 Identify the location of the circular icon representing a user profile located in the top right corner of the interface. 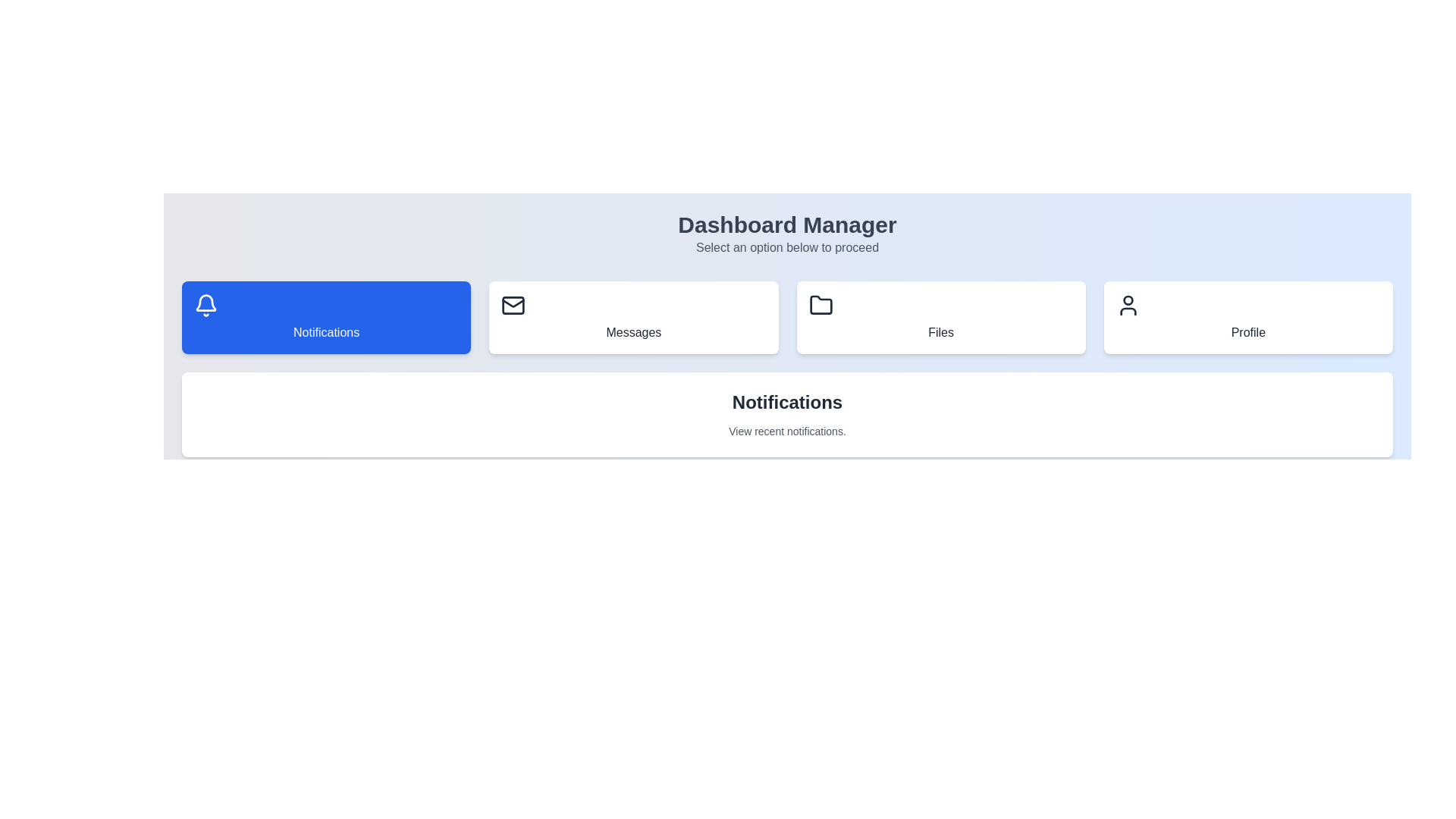
(1128, 300).